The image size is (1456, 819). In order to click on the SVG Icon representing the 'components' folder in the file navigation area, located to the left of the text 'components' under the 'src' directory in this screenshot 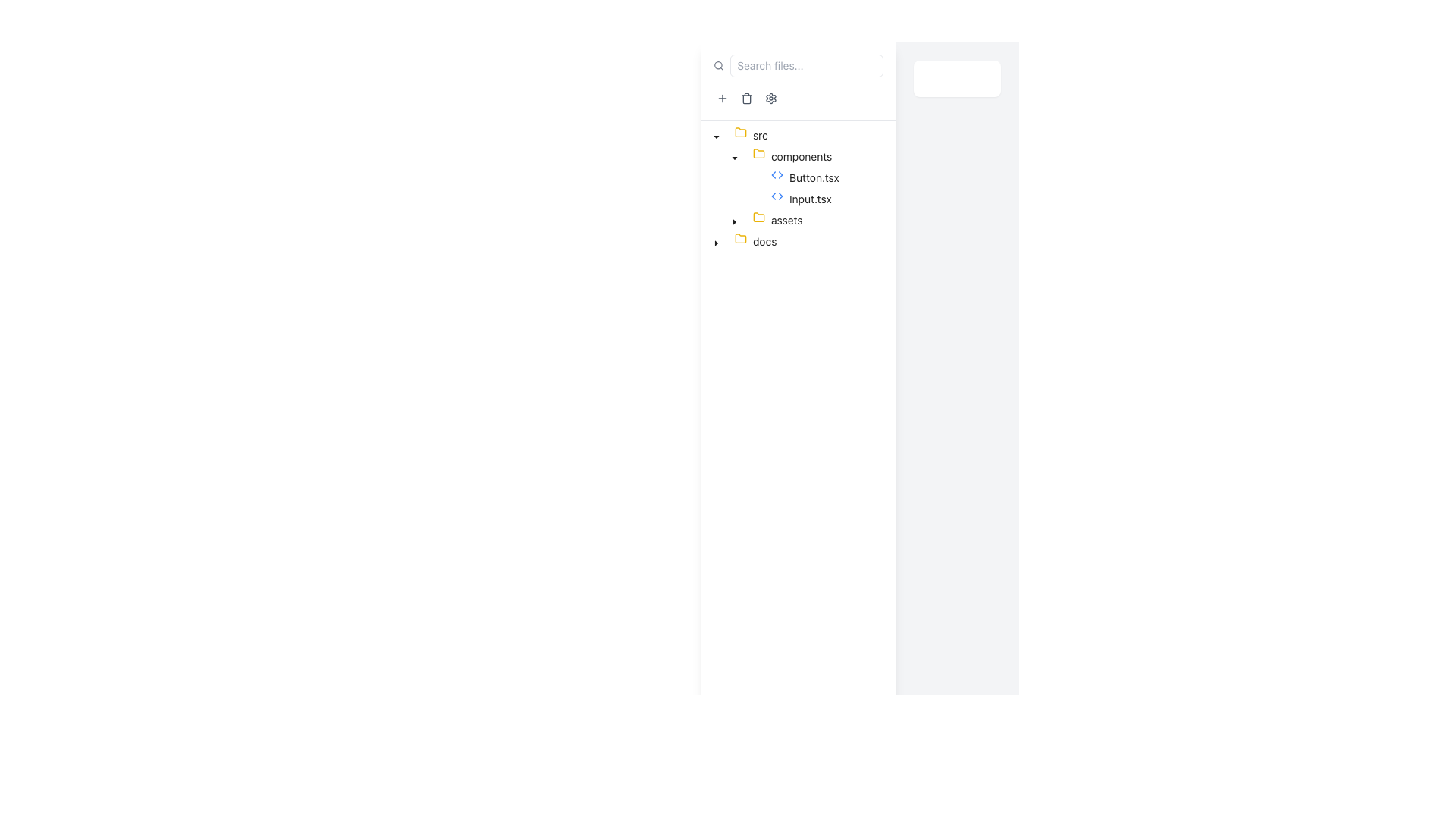, I will do `click(759, 152)`.